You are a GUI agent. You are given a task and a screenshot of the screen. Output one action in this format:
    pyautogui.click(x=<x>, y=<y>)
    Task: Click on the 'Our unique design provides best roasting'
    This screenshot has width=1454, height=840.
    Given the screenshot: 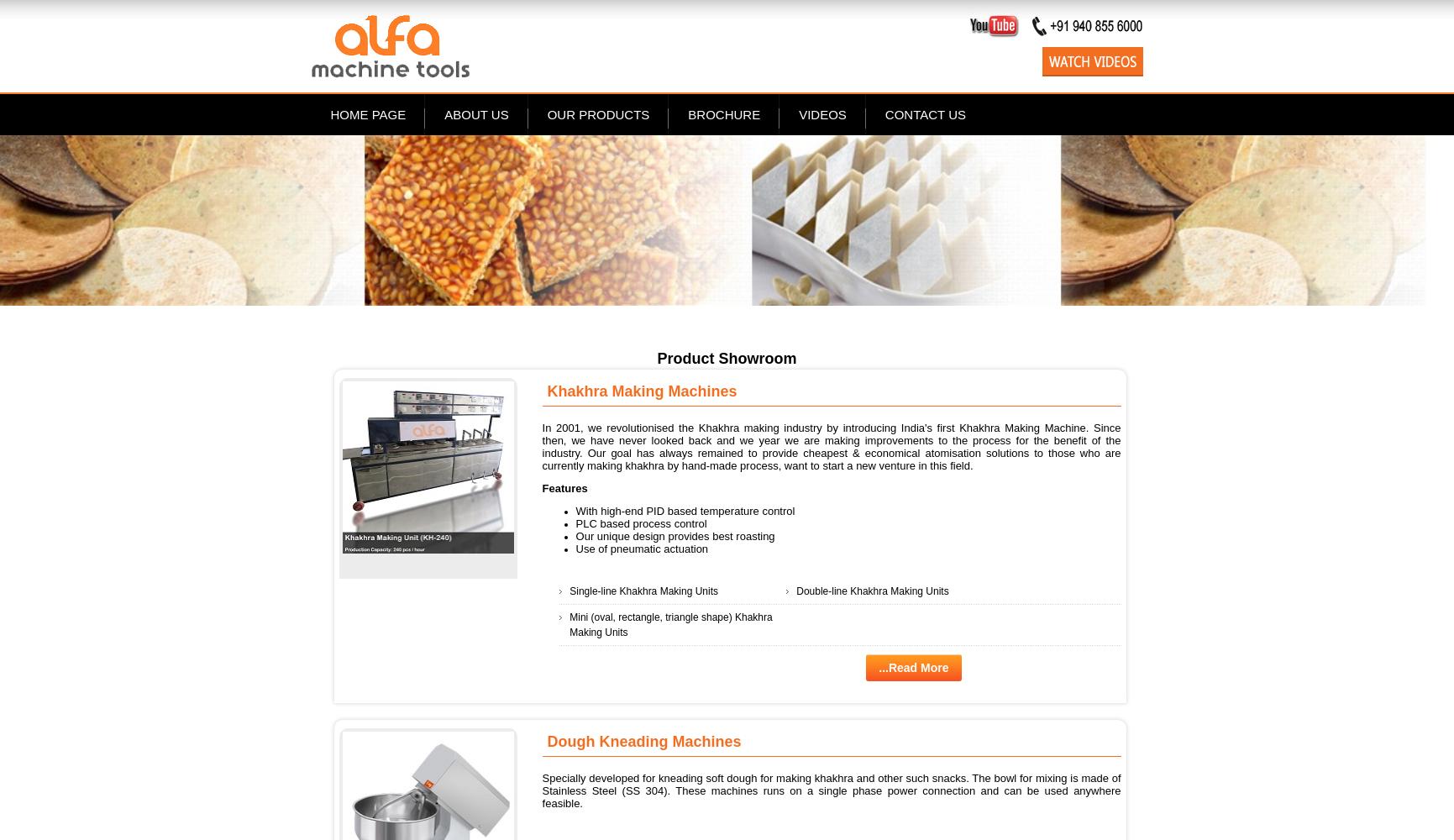 What is the action you would take?
    pyautogui.click(x=574, y=535)
    